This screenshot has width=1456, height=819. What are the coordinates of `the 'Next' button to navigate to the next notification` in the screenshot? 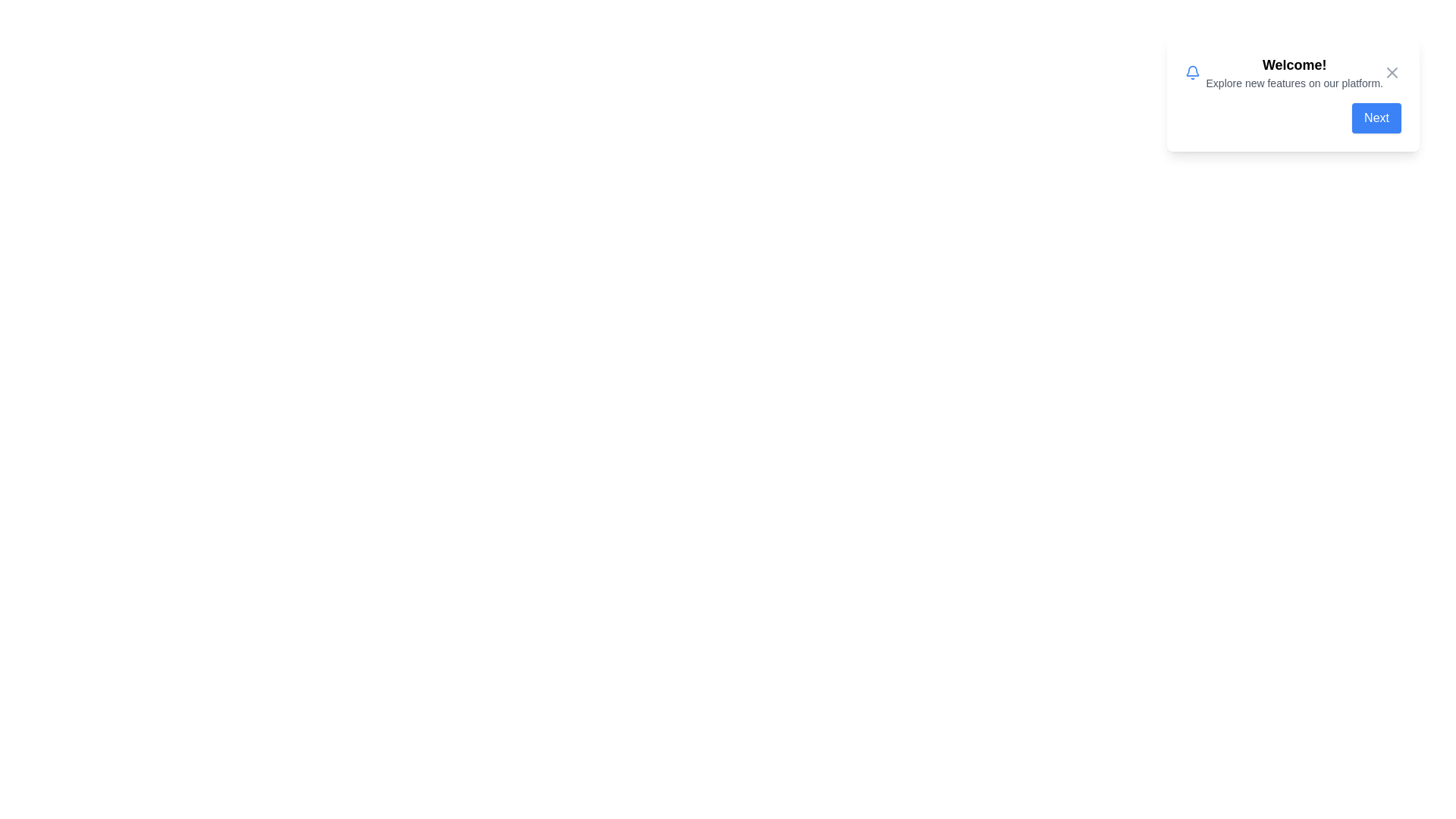 It's located at (1376, 117).